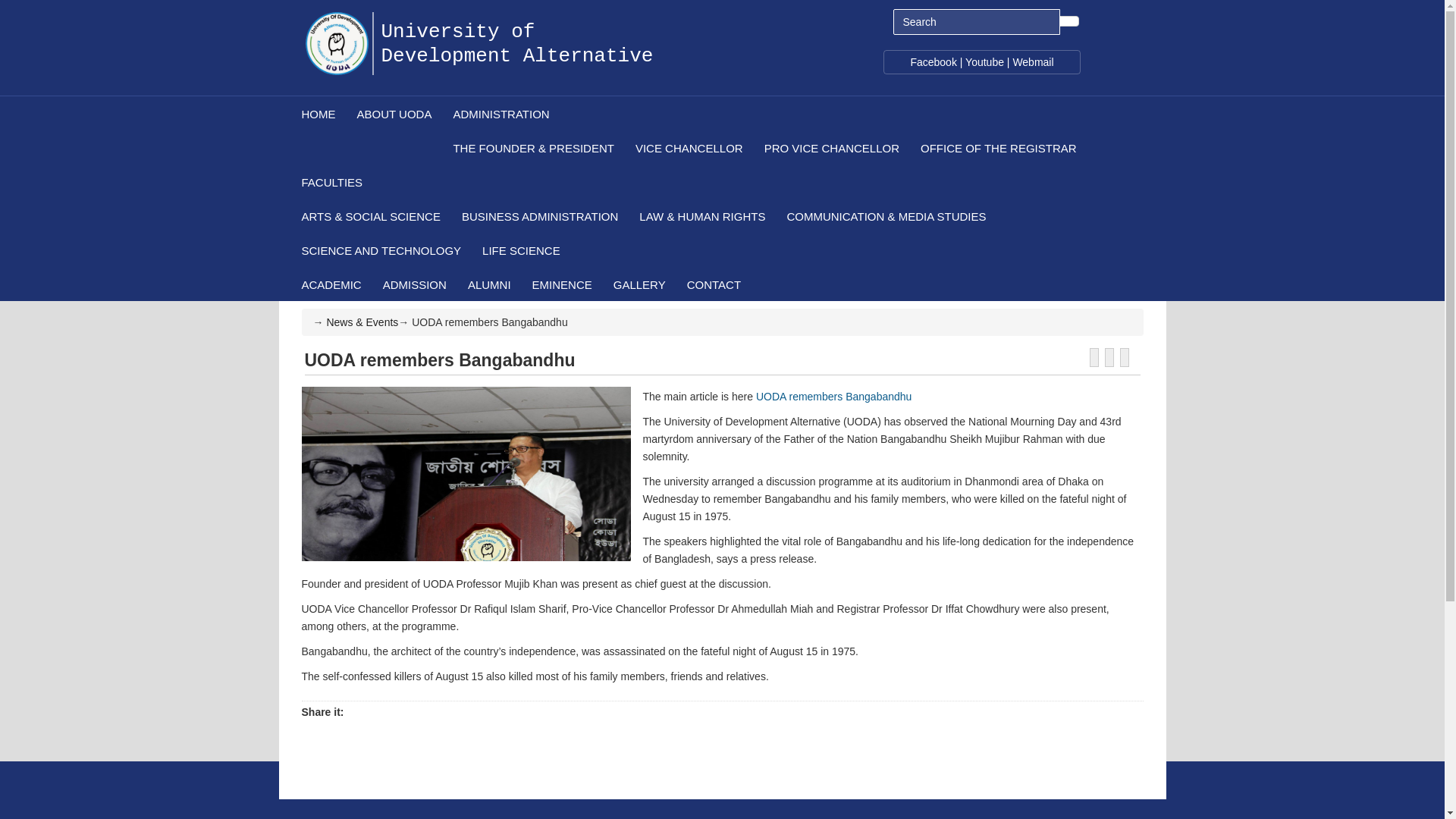 This screenshot has height=819, width=1456. I want to click on 'VICE CHANCELLOR', so click(687, 147).